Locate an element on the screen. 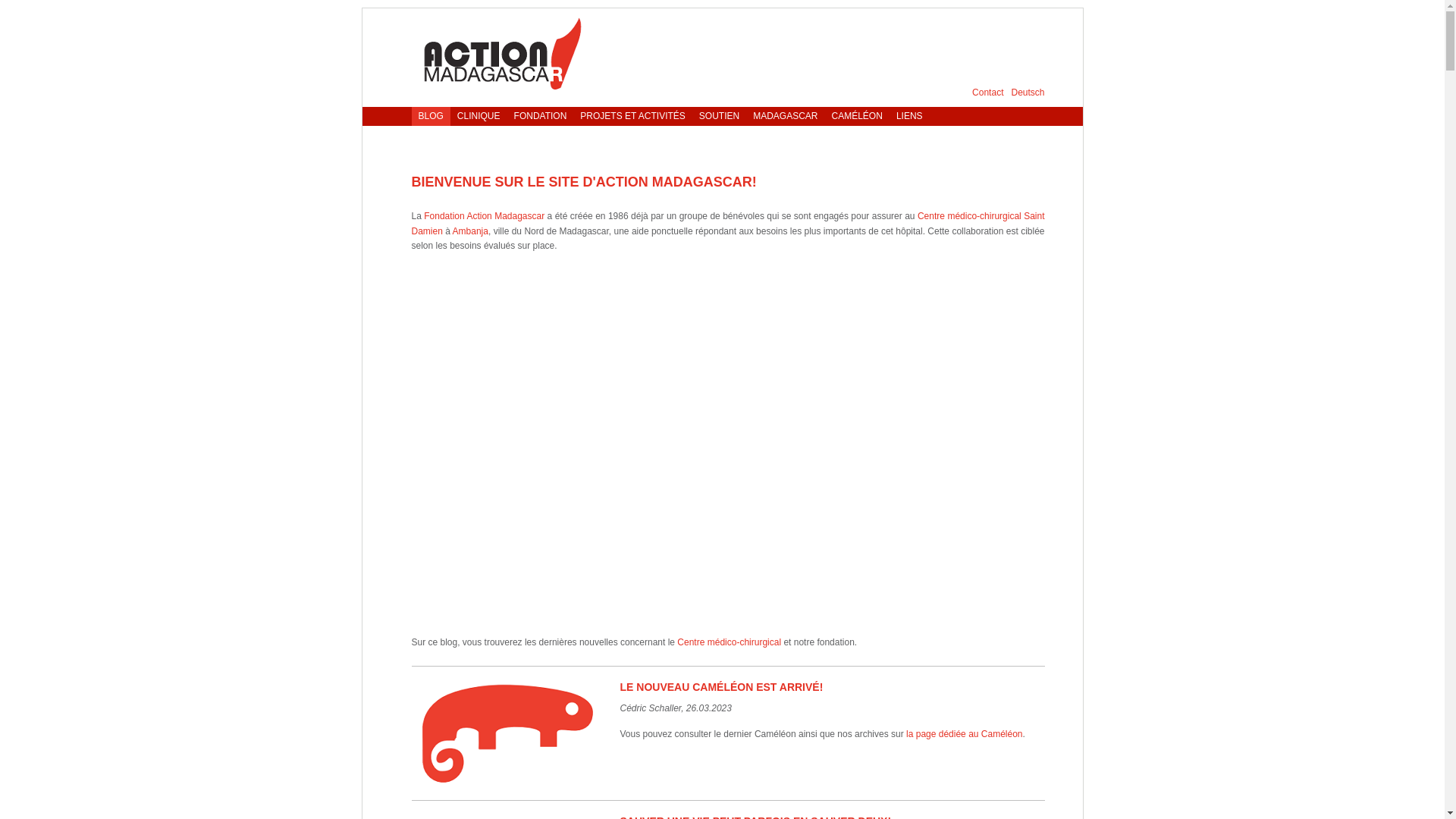 This screenshot has height=819, width=1456. 'Fondation Action Madagascar' is located at coordinates (483, 216).